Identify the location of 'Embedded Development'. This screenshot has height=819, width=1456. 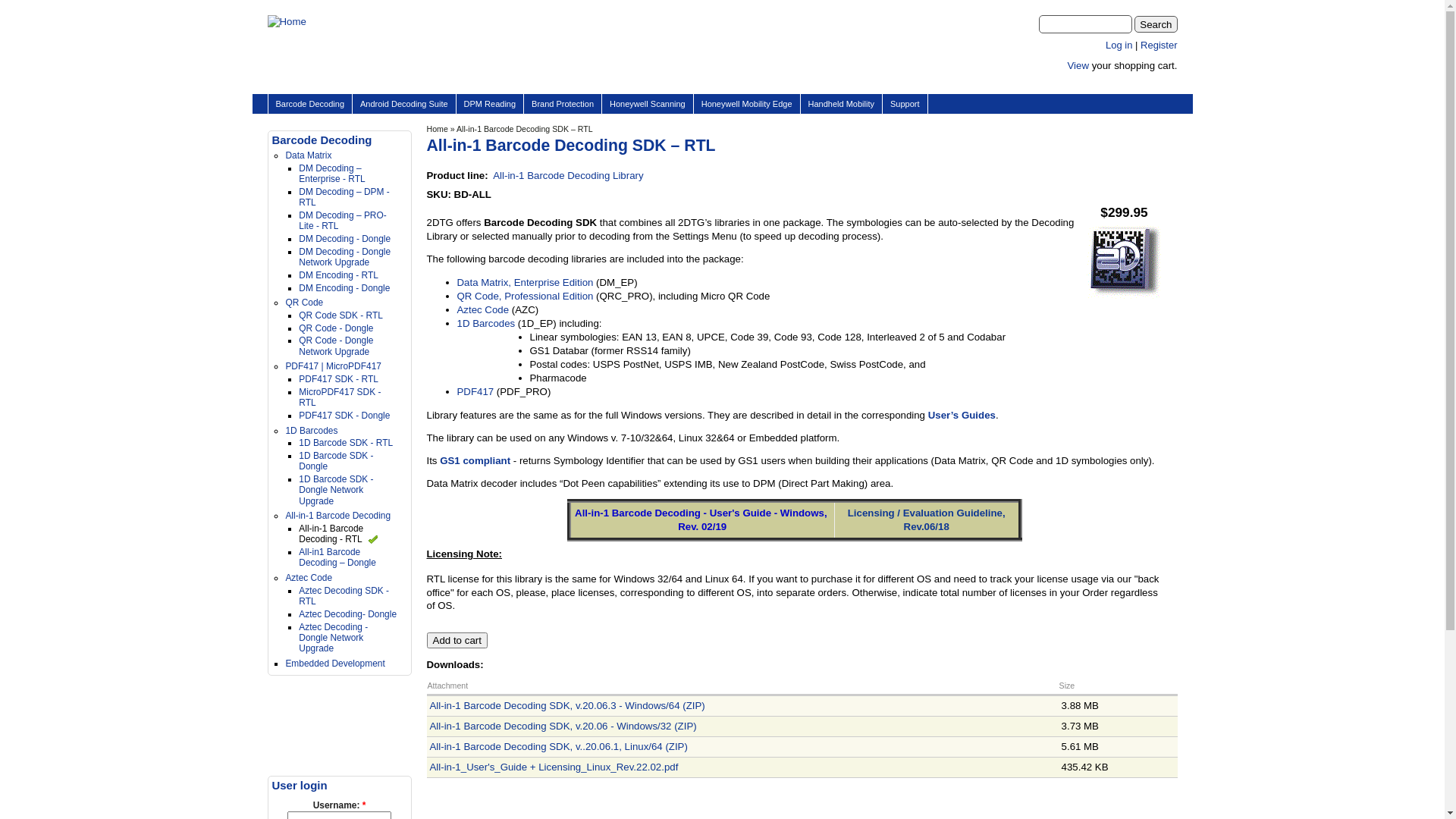
(284, 663).